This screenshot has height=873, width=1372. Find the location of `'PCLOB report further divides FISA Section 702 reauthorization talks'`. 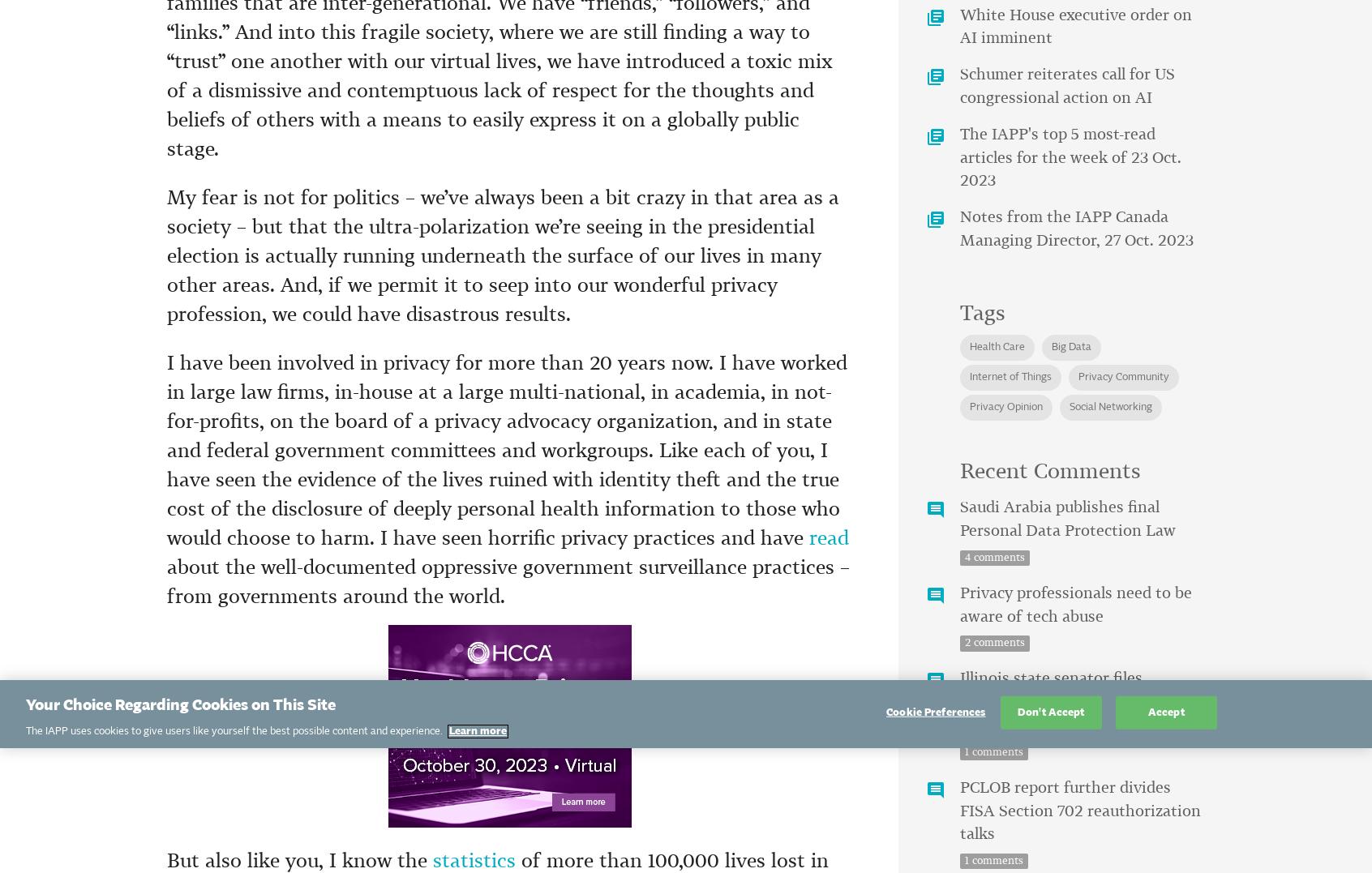

'PCLOB report further divides FISA Section 702 reauthorization talks' is located at coordinates (1078, 810).